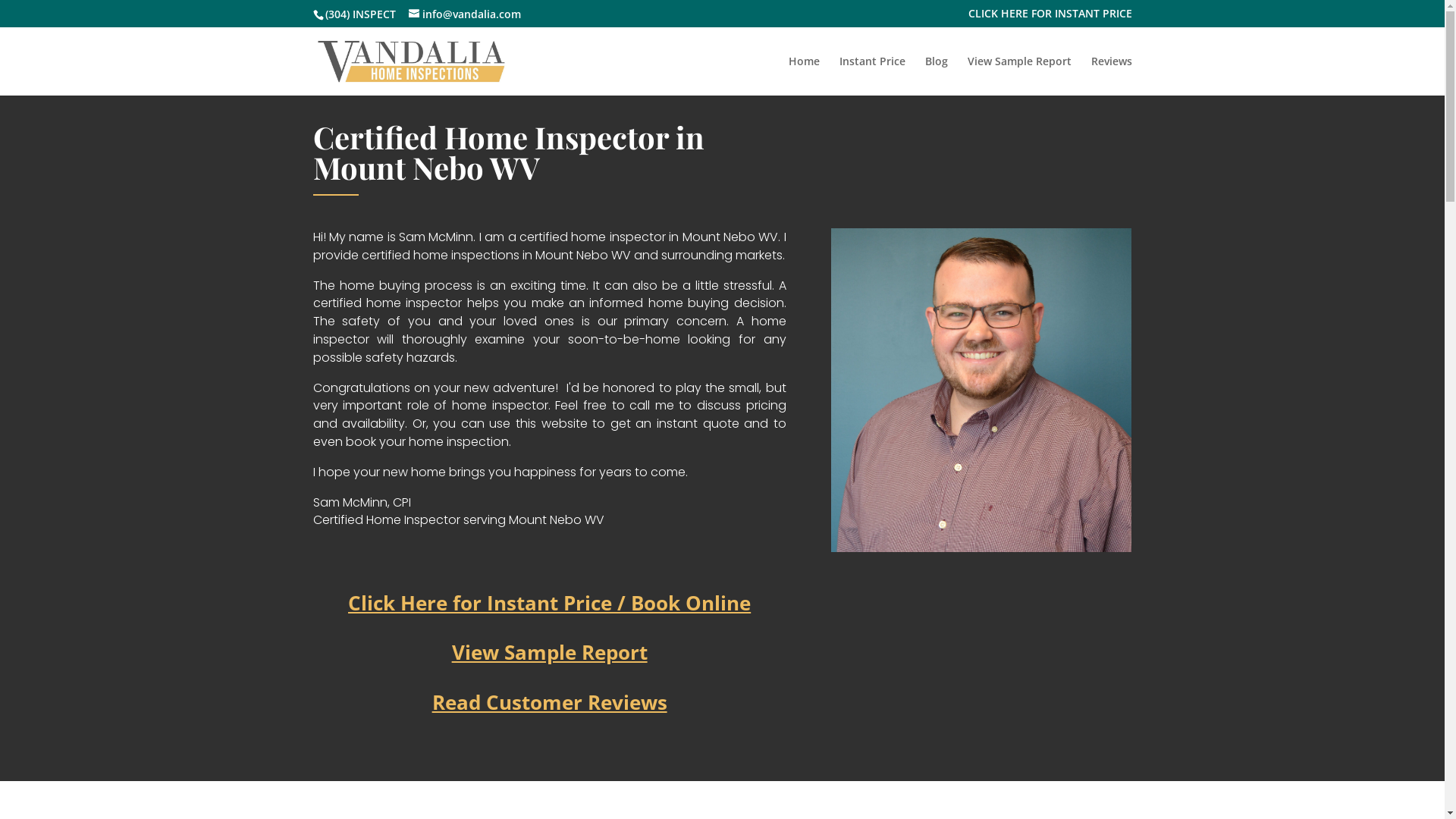 This screenshot has height=819, width=1456. What do you see at coordinates (935, 76) in the screenshot?
I see `'Blog'` at bounding box center [935, 76].